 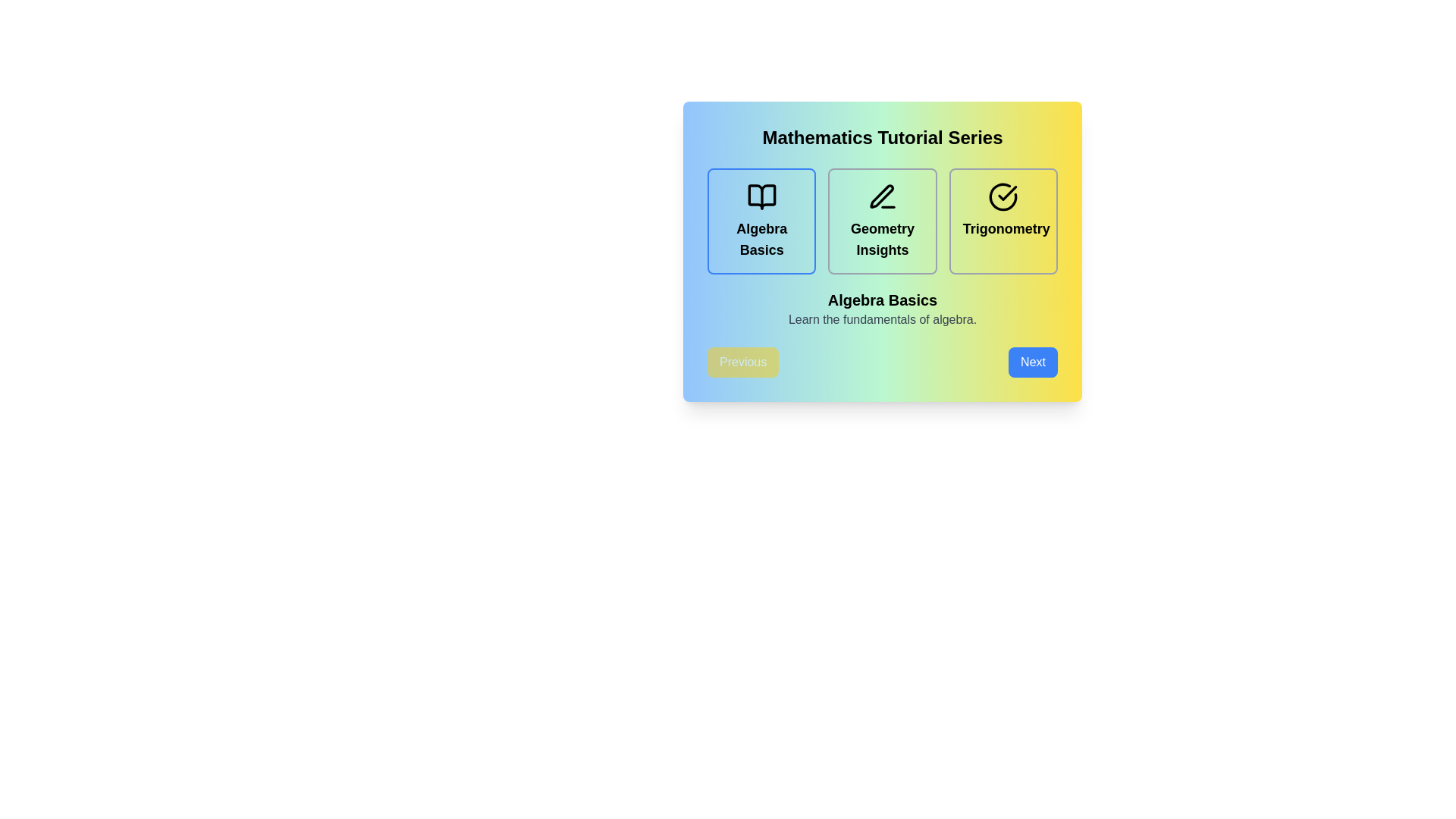 I want to click on the icon associated with the lesson titled Geometry Insights, so click(x=882, y=196).